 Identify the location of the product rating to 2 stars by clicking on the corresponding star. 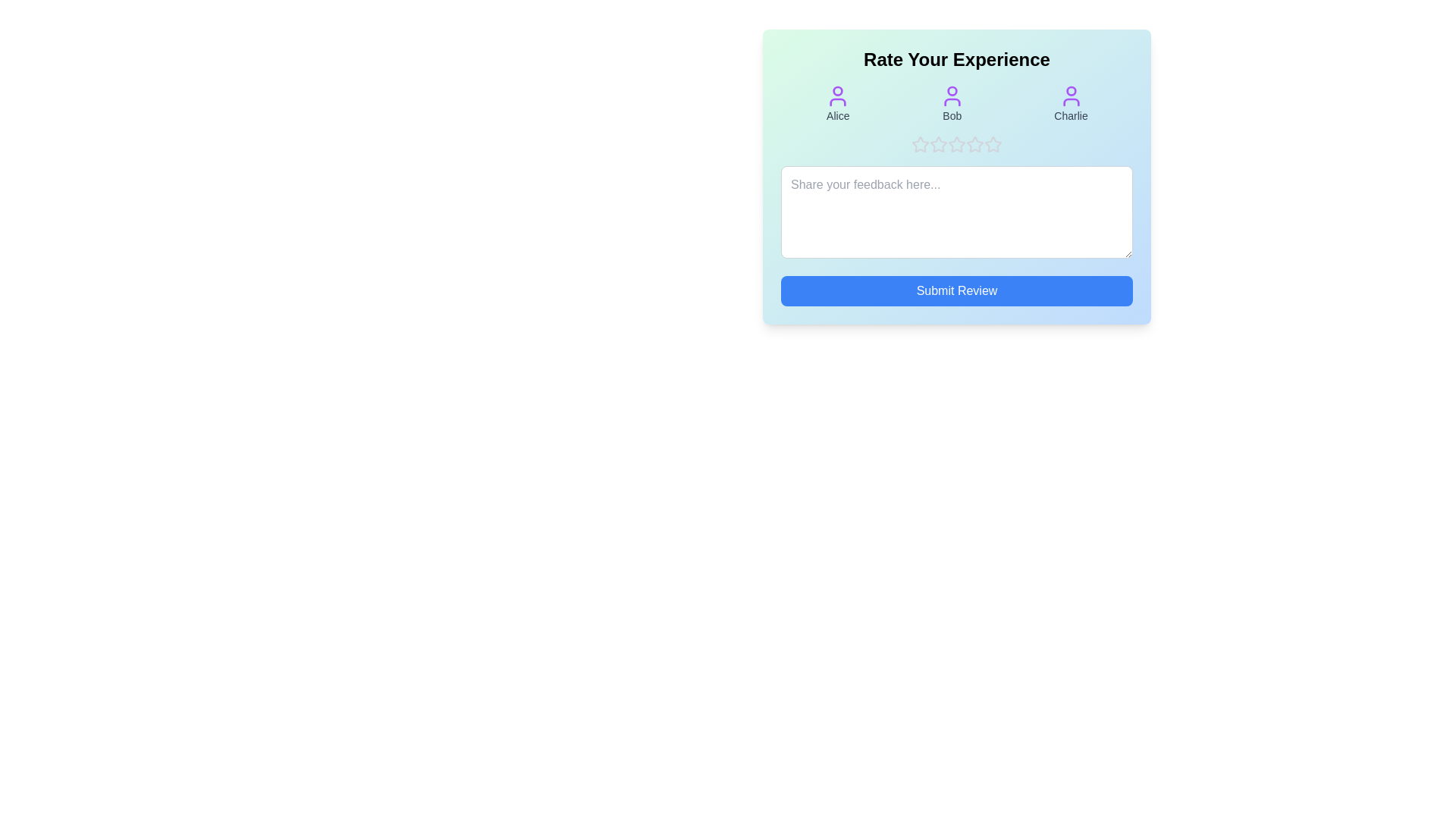
(938, 145).